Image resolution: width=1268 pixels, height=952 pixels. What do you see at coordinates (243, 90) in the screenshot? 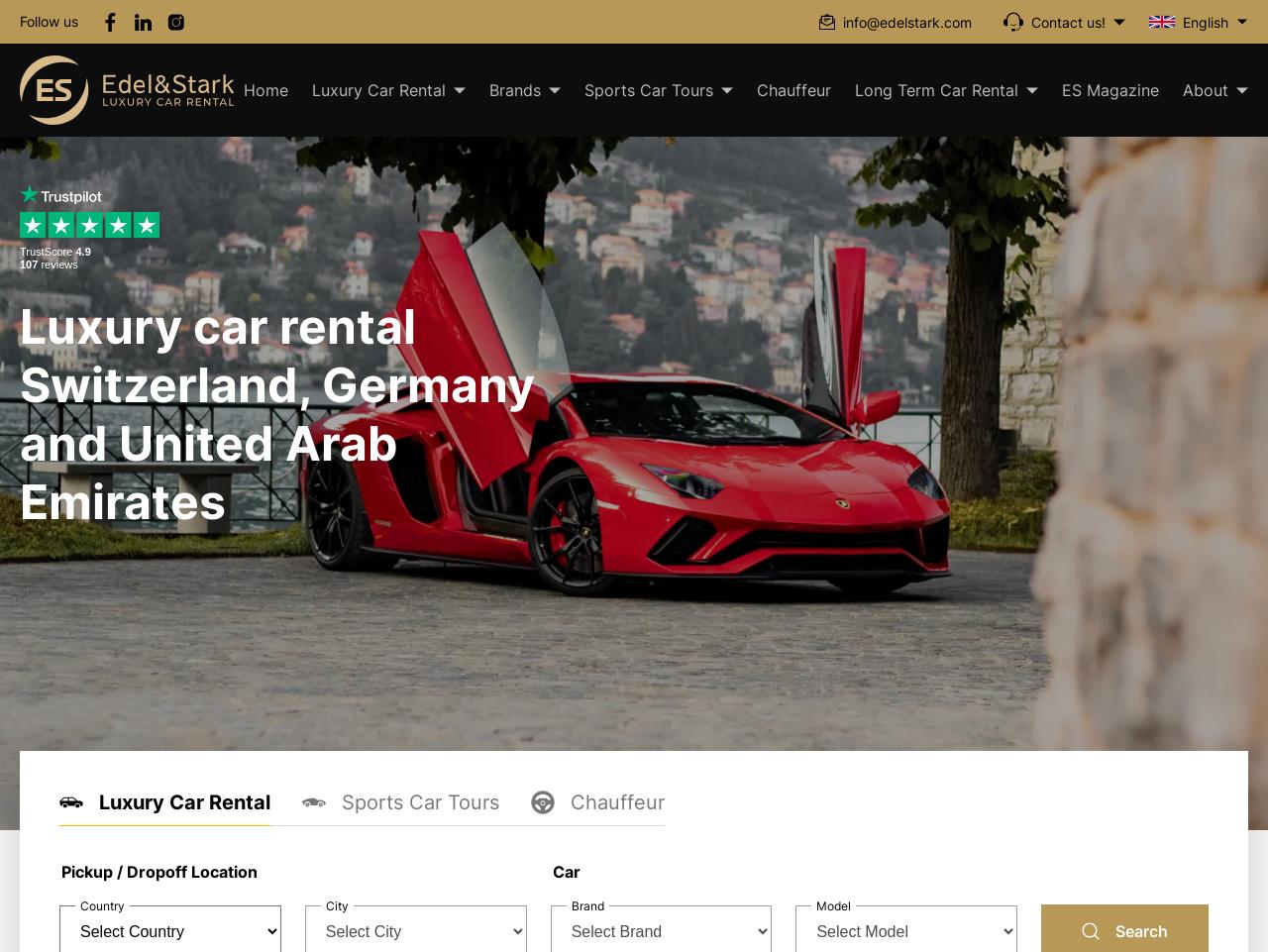
I see `'Home'` at bounding box center [243, 90].